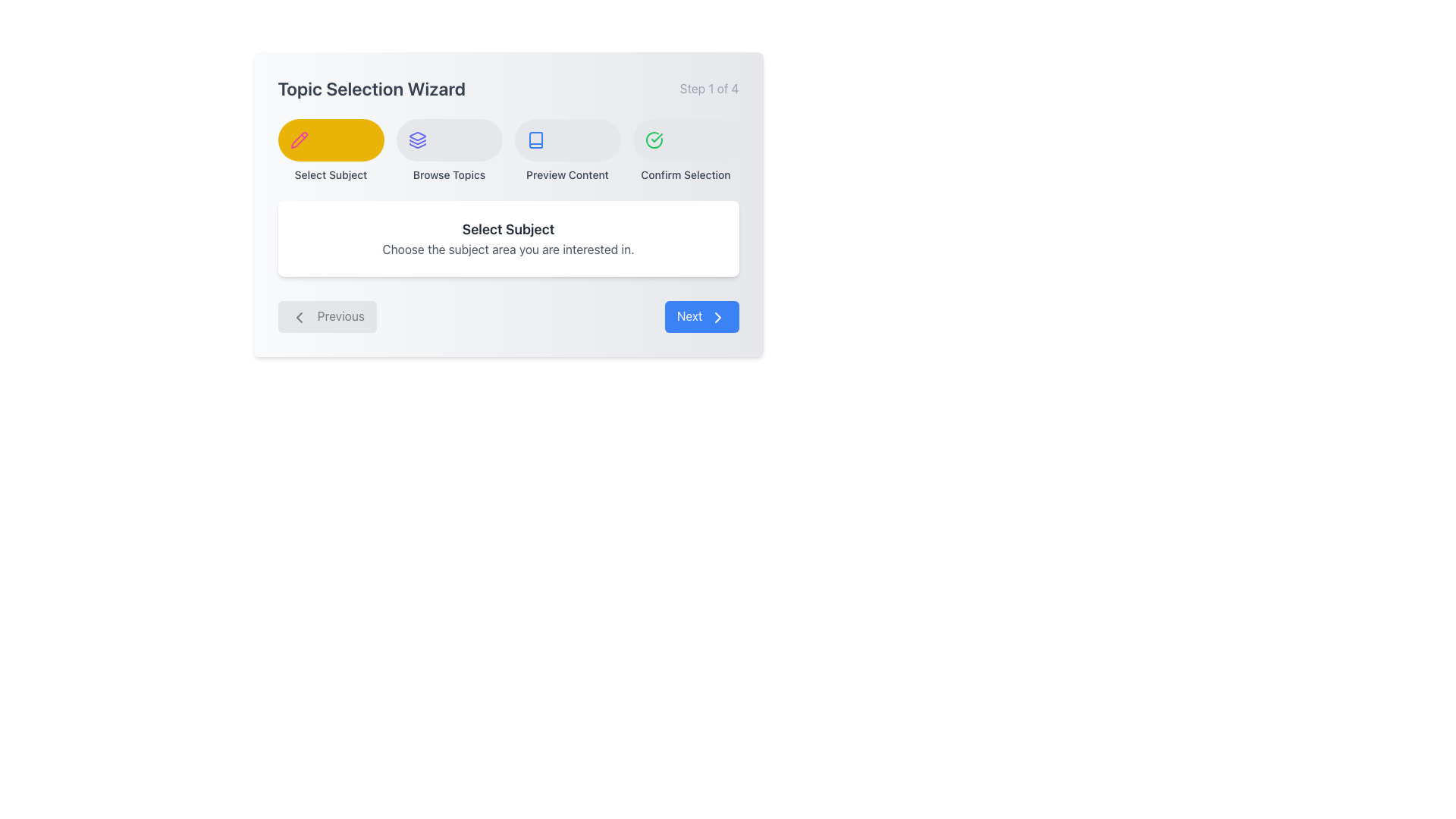 Image resolution: width=1456 pixels, height=819 pixels. Describe the element at coordinates (685, 174) in the screenshot. I see `the label with the text 'Confirm Selection' that is styled with a gray color and located below a checkmark icon, situated at the far-right among four icons in a horizontal sequence` at that location.